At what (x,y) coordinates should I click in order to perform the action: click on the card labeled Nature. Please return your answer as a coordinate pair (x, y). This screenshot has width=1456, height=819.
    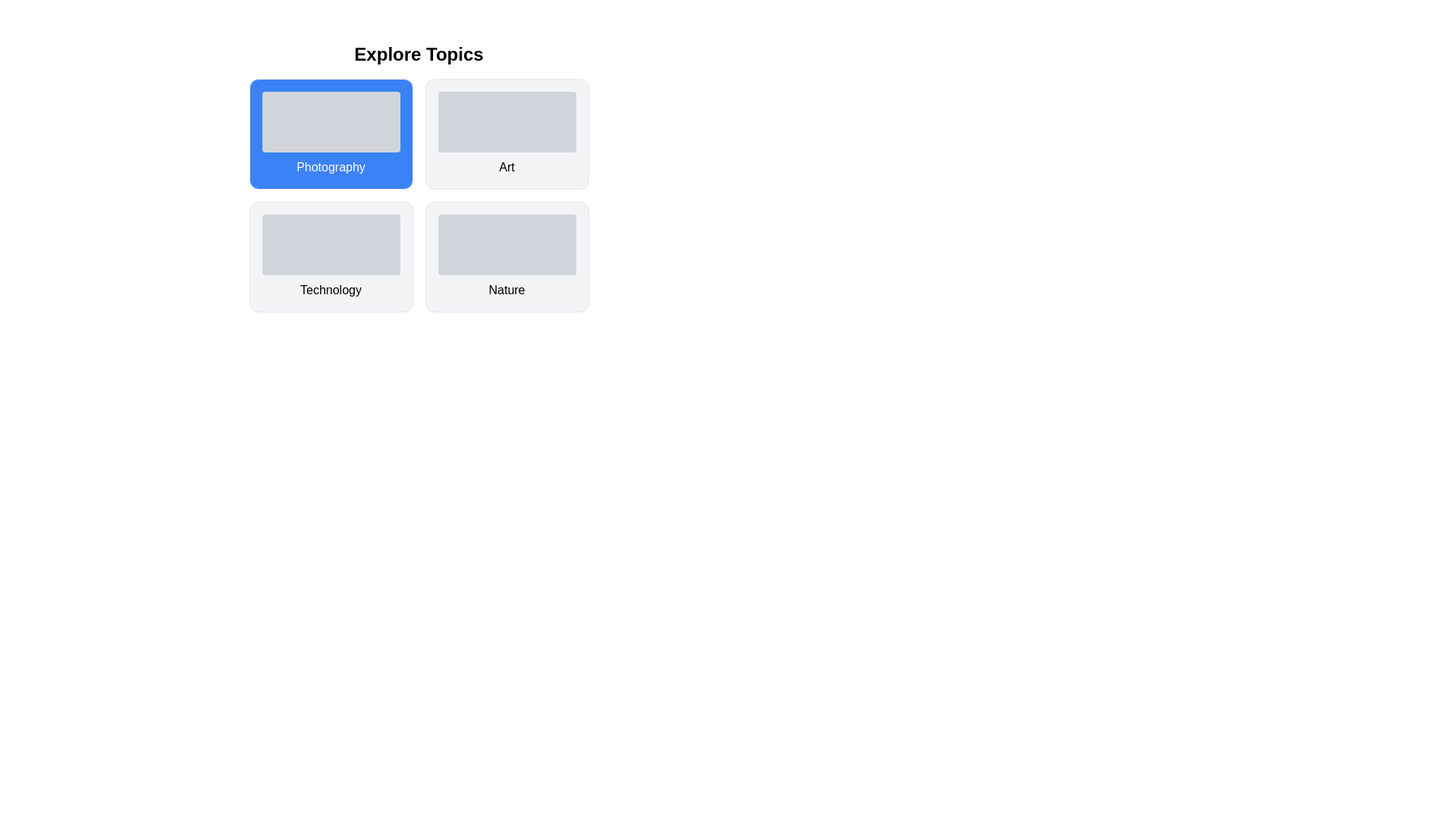
    Looking at the image, I should click on (507, 256).